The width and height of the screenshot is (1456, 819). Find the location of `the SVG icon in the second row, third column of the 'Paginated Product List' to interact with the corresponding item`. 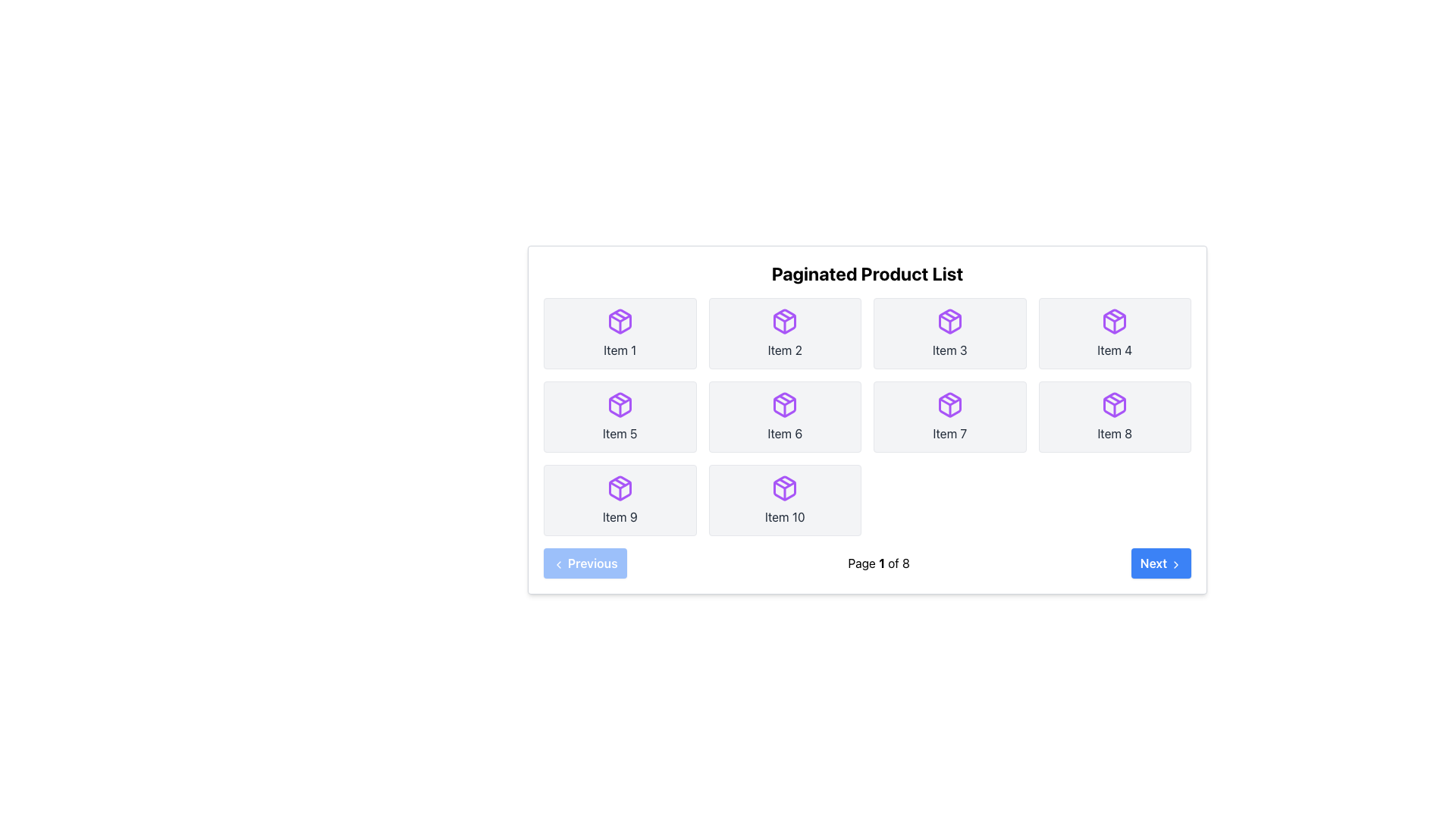

the SVG icon in the second row, third column of the 'Paginated Product List' to interact with the corresponding item is located at coordinates (949, 403).